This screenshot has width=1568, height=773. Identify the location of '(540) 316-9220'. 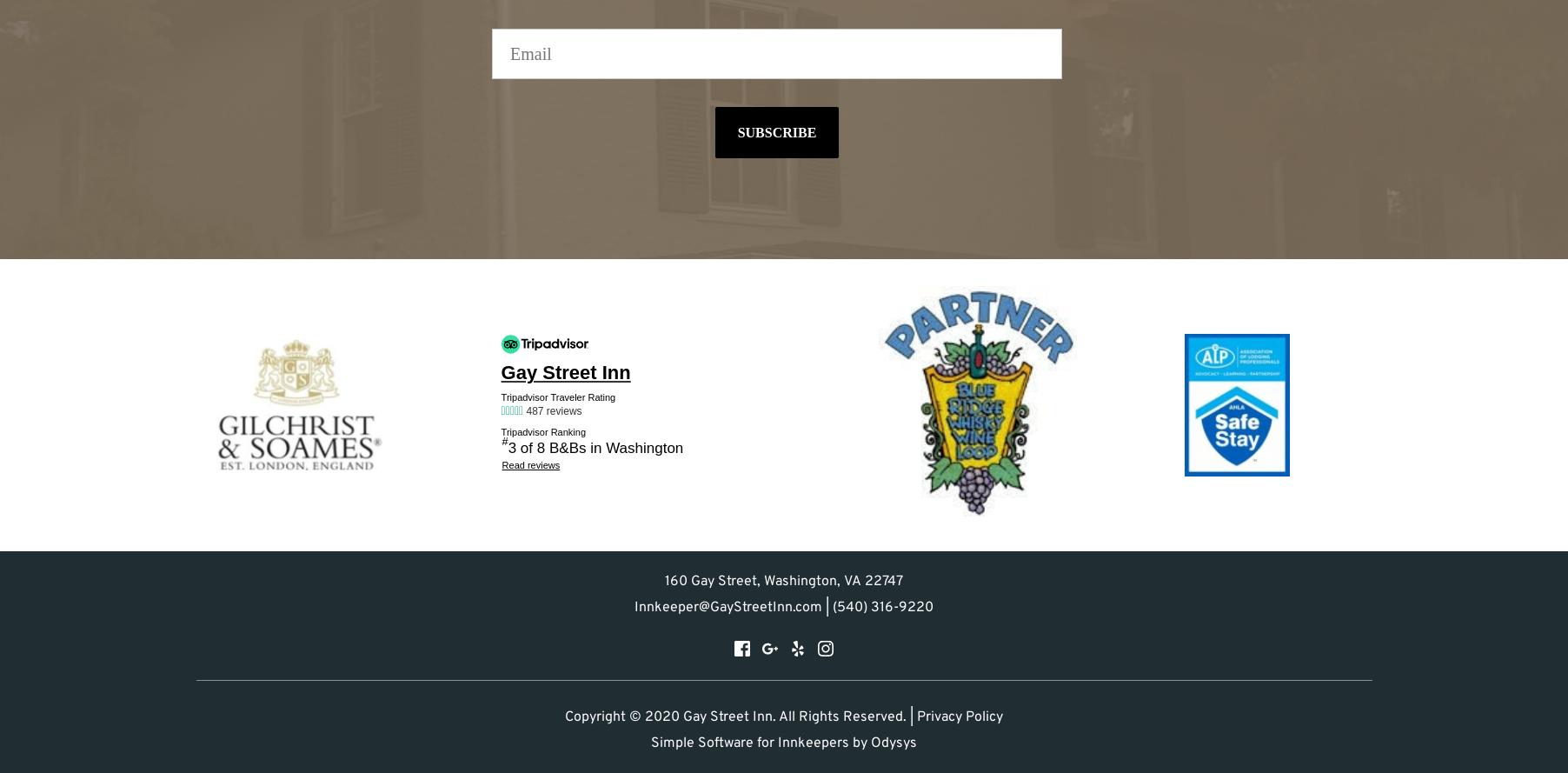
(831, 607).